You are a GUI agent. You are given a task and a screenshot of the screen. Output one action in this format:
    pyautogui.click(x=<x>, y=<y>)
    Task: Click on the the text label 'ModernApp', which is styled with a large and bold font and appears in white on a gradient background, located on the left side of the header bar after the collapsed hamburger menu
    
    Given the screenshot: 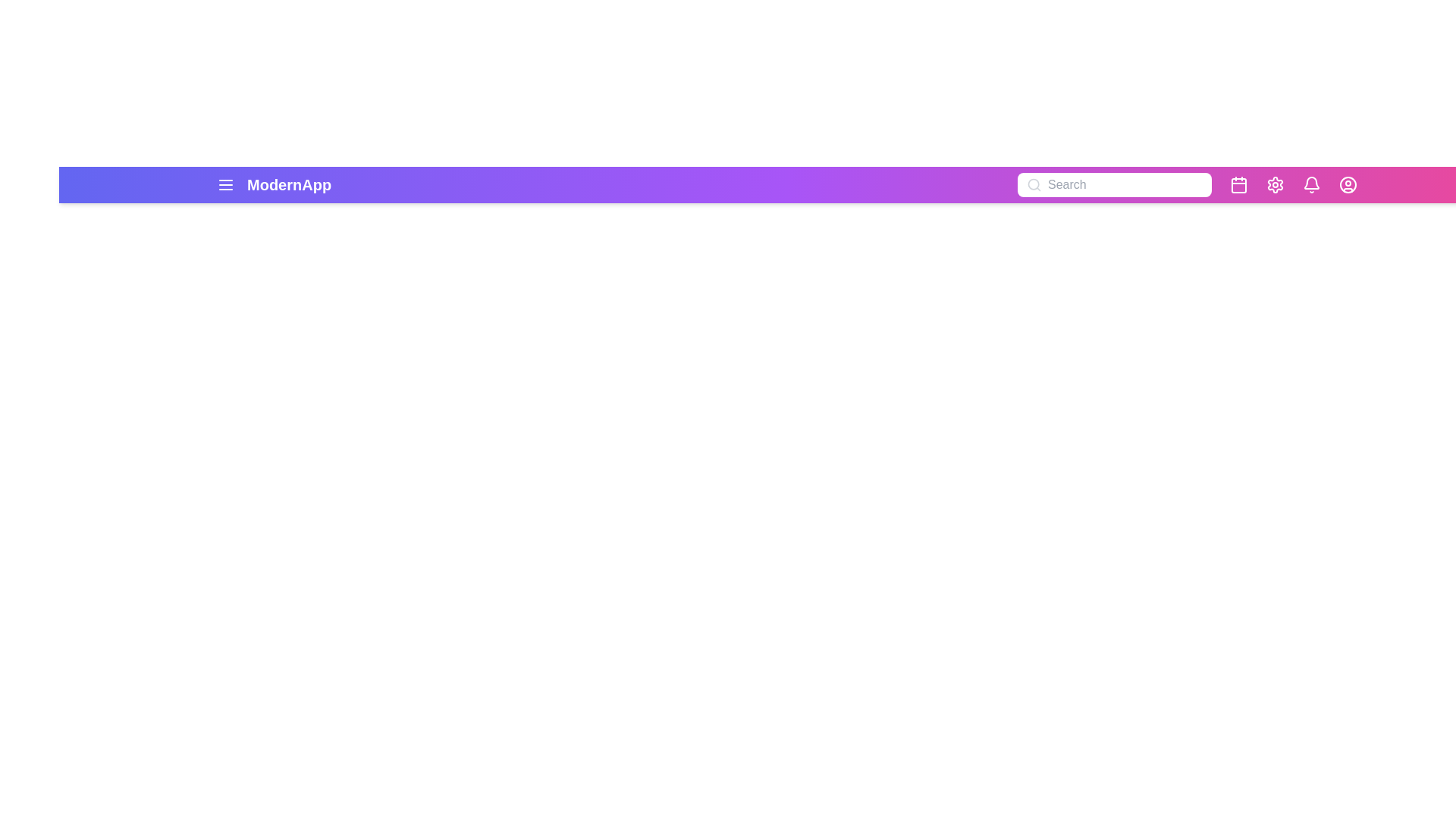 What is the action you would take?
    pyautogui.click(x=289, y=184)
    